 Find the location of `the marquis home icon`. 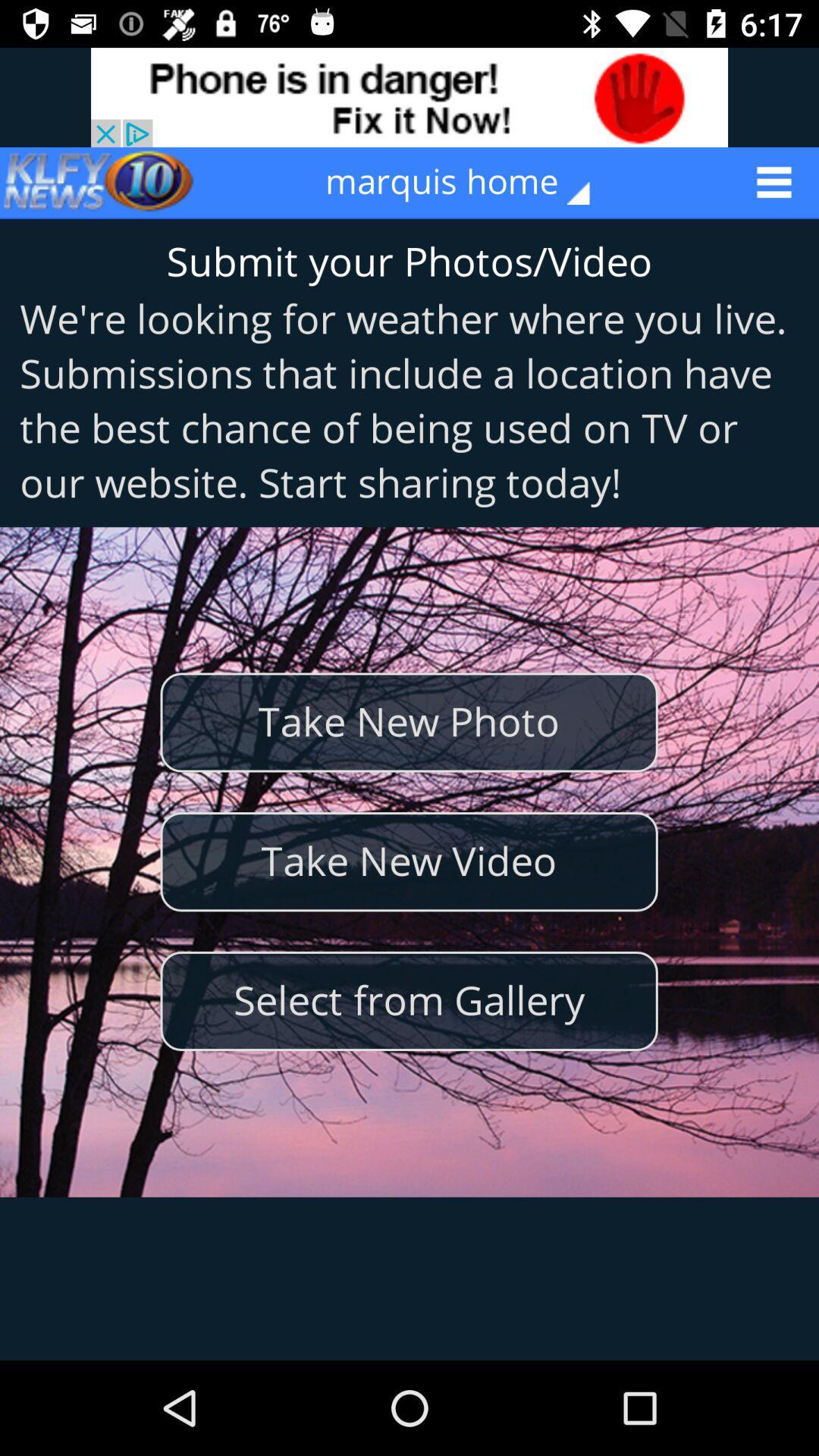

the marquis home icon is located at coordinates (467, 182).